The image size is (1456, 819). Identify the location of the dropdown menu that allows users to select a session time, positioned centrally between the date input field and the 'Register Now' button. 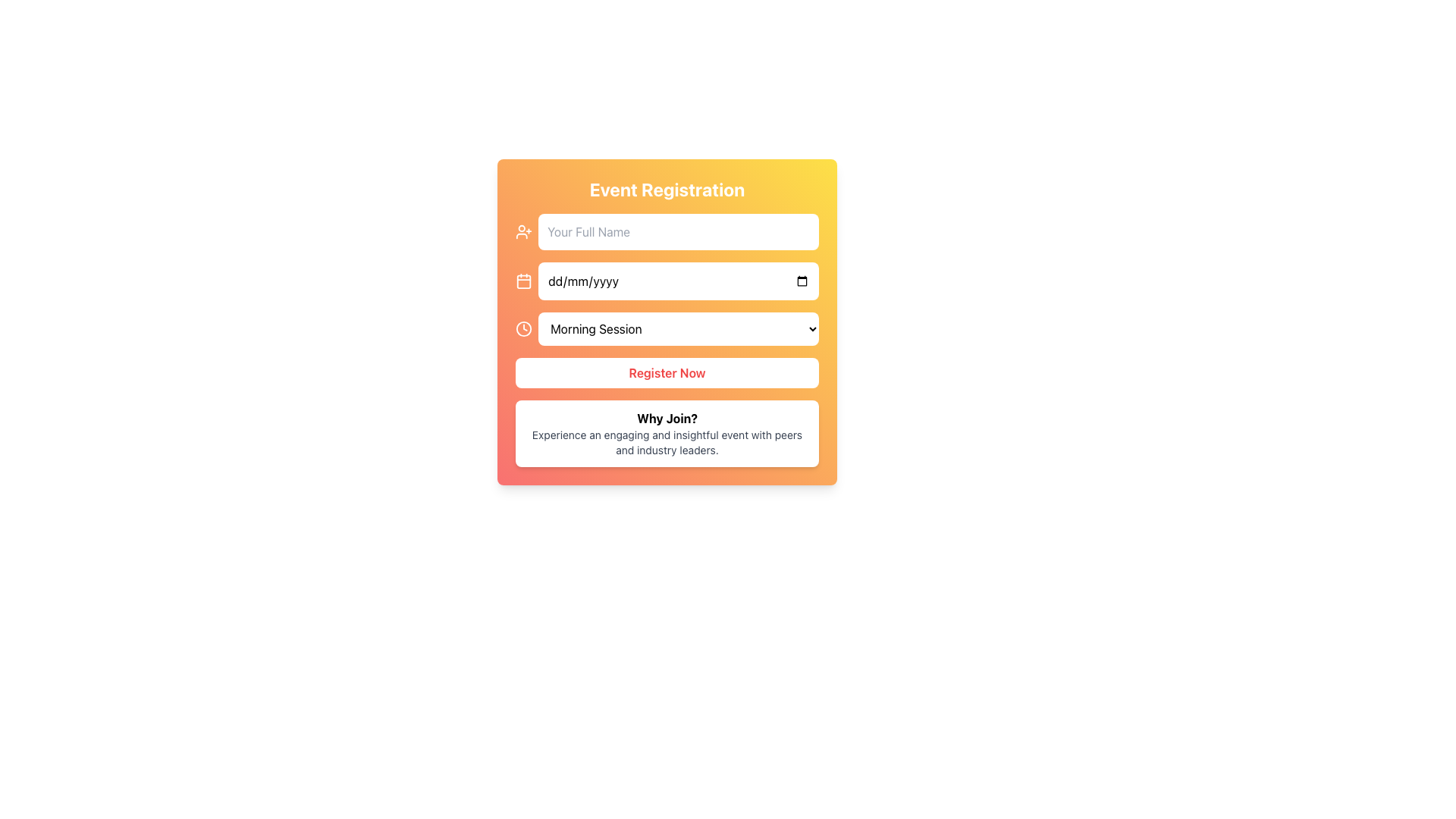
(678, 328).